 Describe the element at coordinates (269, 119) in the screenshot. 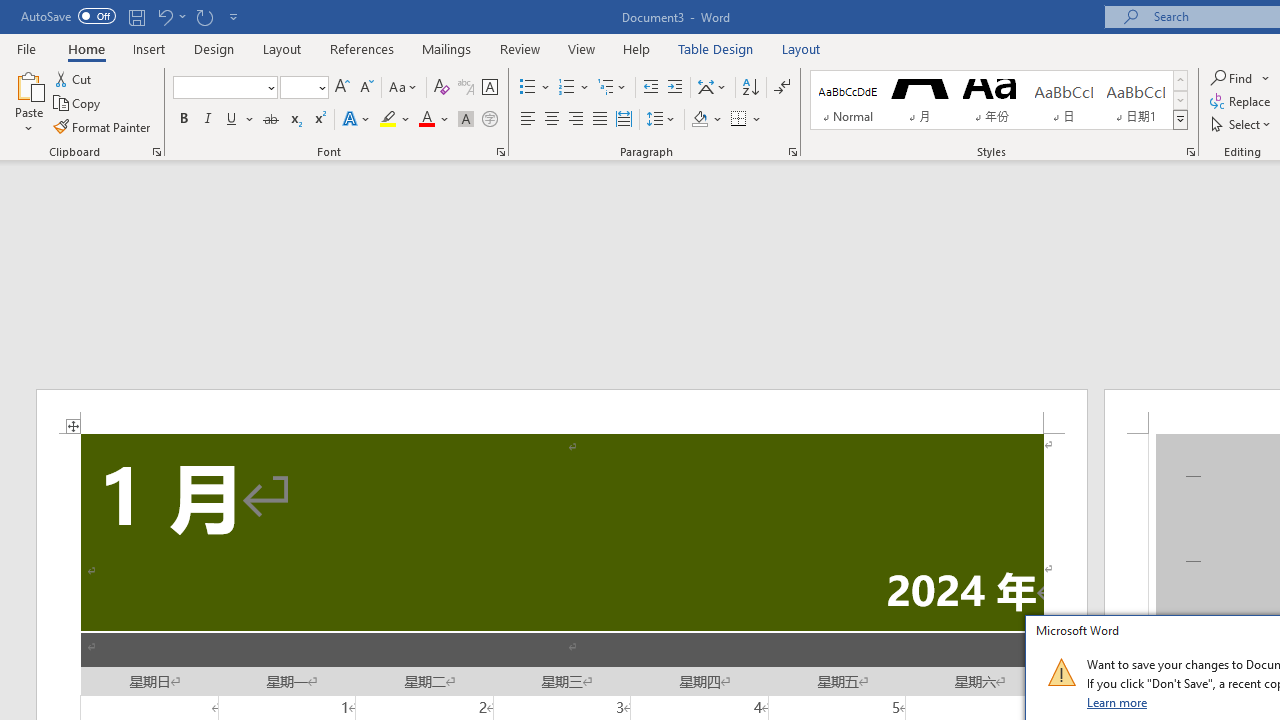

I see `'Strikethrough'` at that location.